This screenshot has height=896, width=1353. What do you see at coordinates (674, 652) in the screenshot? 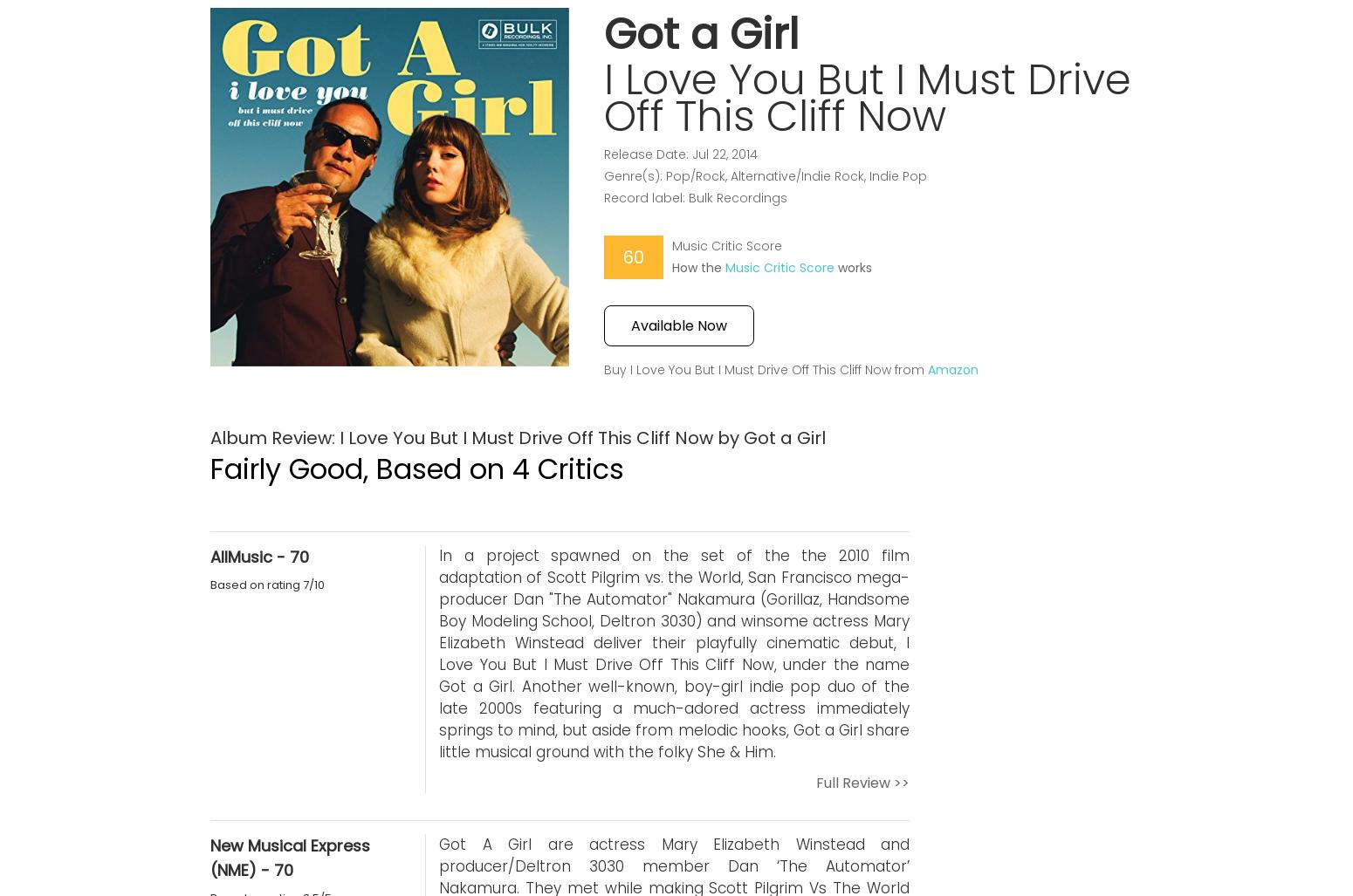
I see `'In a project spawned on the set of the the 2010 film adaptation of Scott Pilgrim vs. the World, San Francisco mega-producer Dan "The Automator" Nakamura (Gorillaz, Handsome Boy Modeling School, Deltron 3030) and winsome actress Mary Elizabeth Winstead deliver their playfully cinematic debut, I Love You But I Must Drive Off This Cliff Now, under the name Got a Girl. Another well-known, boy-girl indie pop duo of the late 2000s featuring a much-adored actress immediately springs to mind, but aside from melodic hooks, Got a Girl share little musical ground with the folky She & Him.'` at bounding box center [674, 652].